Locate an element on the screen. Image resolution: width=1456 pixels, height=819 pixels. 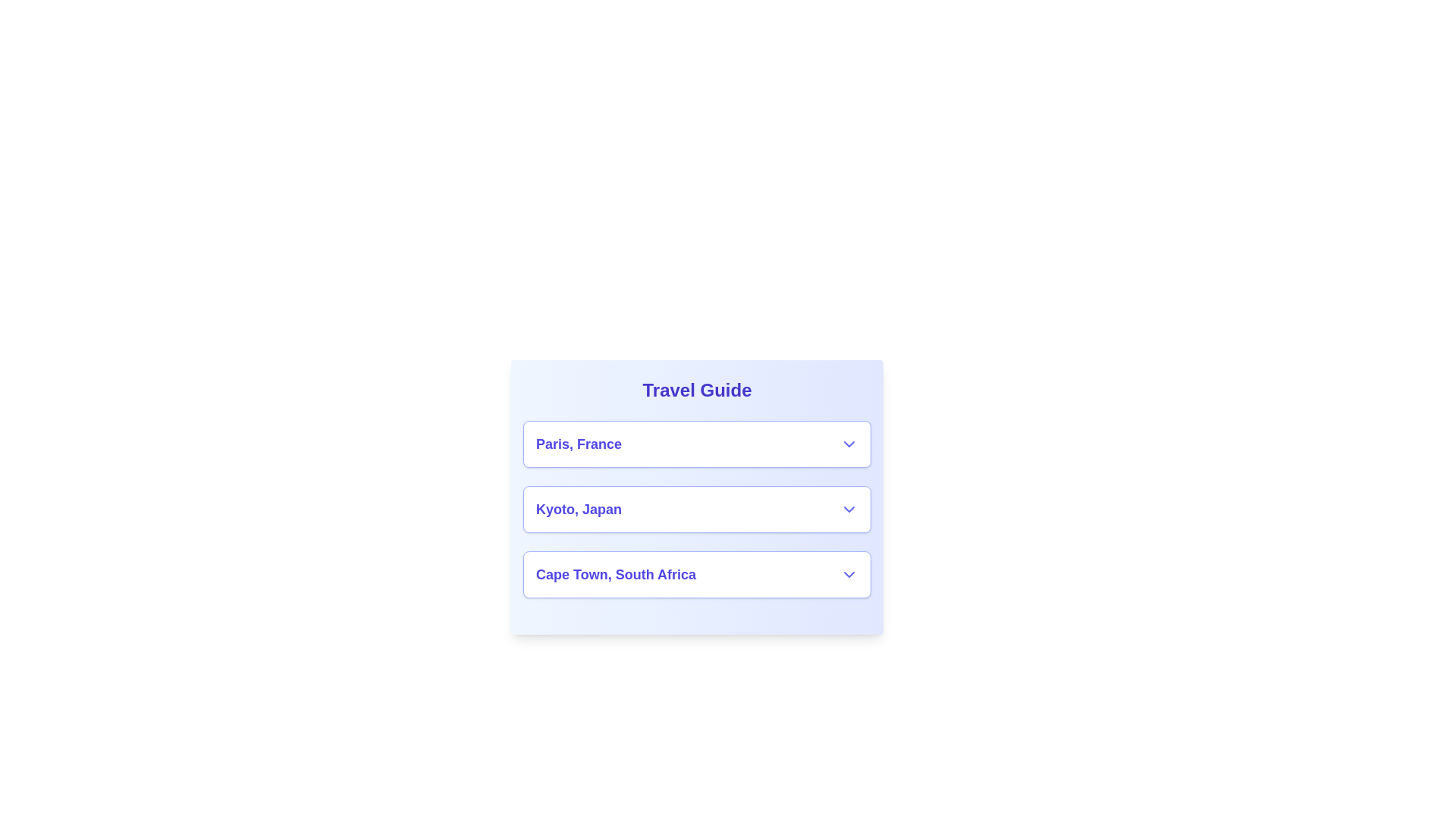
the downward-pointing indigo chevron icon located at the right edge of the 'Cape Town, South Africa' row in the Travel Guide list is located at coordinates (848, 575).